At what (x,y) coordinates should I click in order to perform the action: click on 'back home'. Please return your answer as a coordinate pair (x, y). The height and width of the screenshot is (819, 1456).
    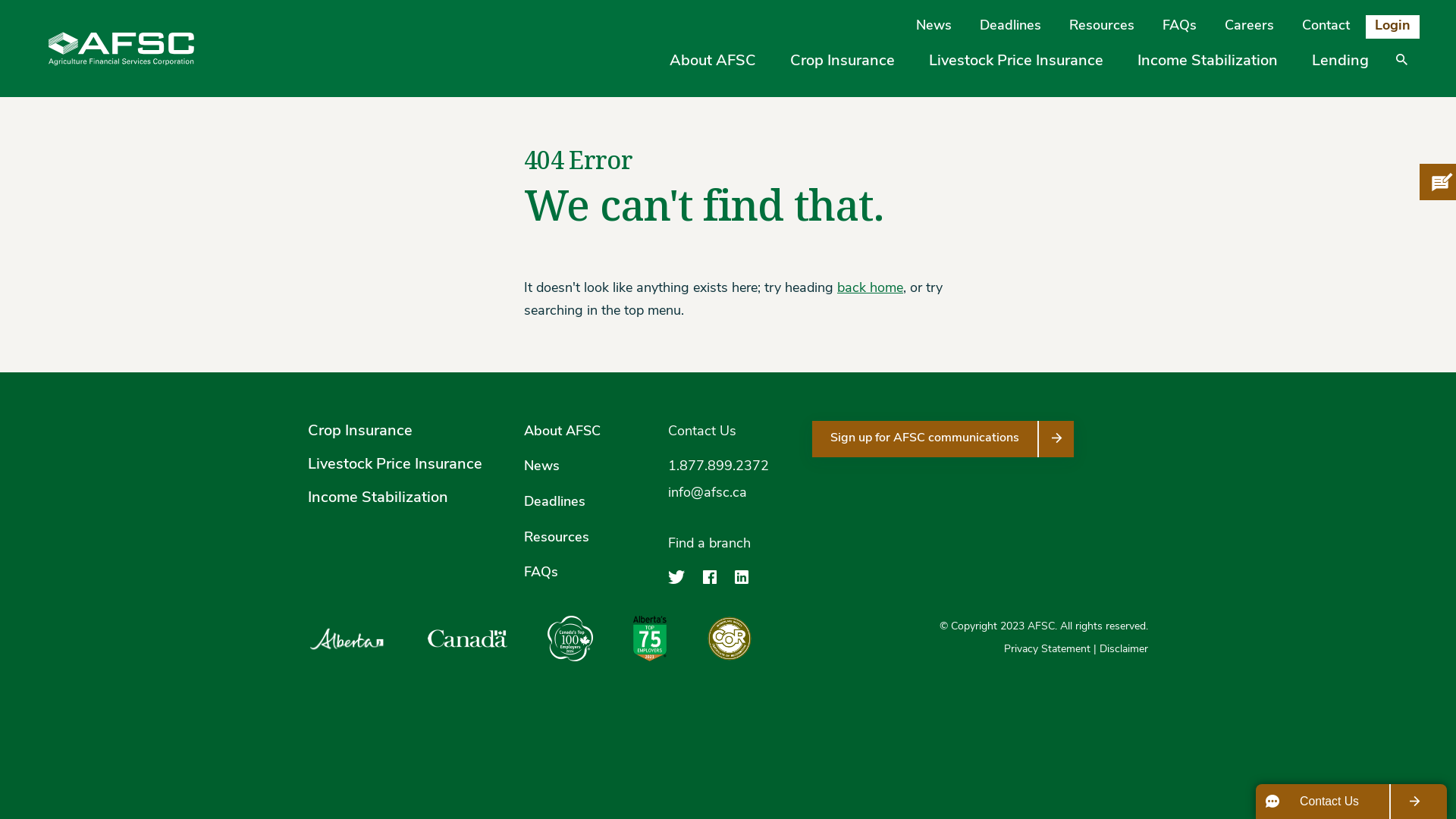
    Looking at the image, I should click on (870, 288).